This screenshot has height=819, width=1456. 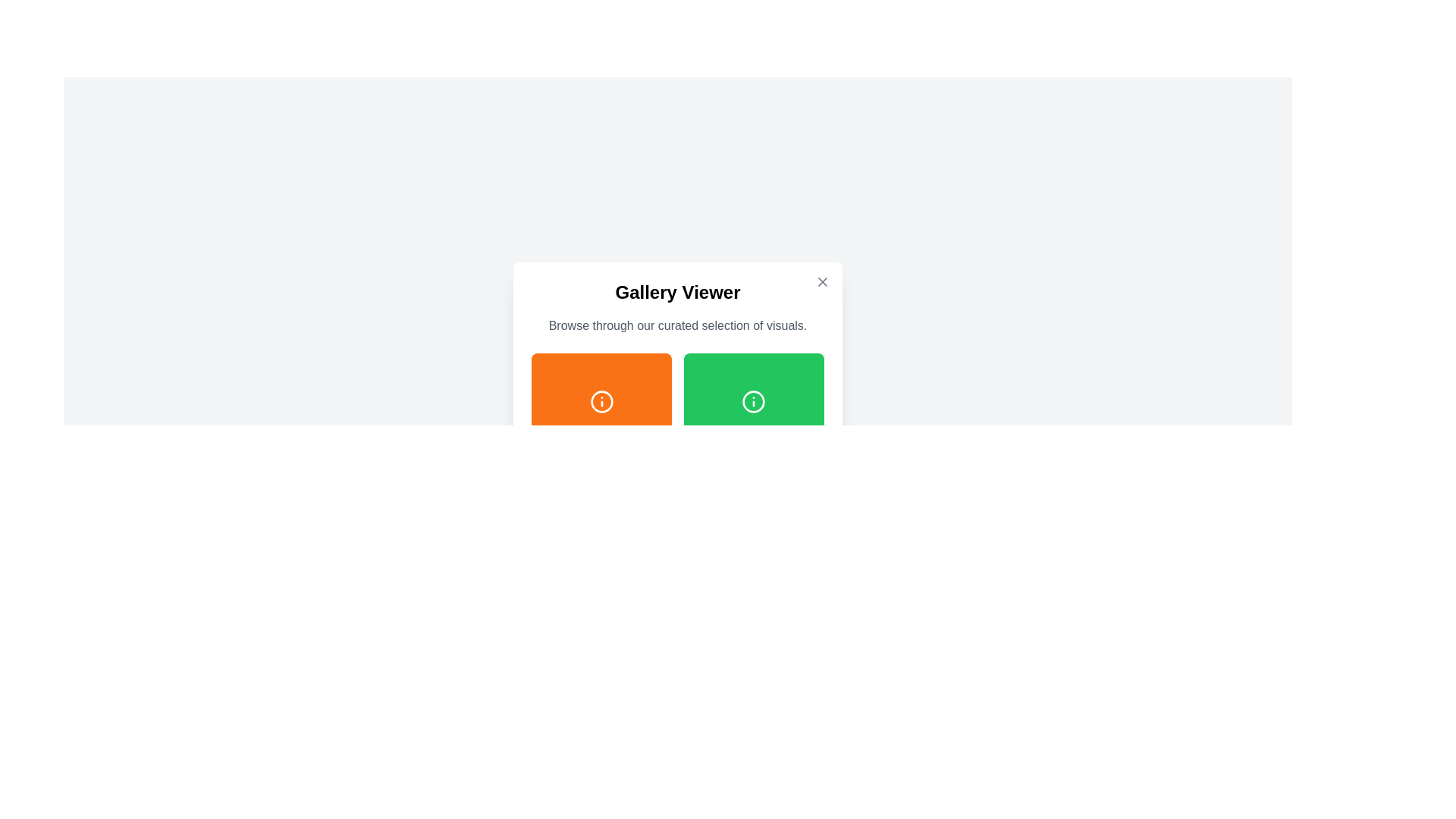 What do you see at coordinates (821, 281) in the screenshot?
I see `the small gray 'X' button in the top-right corner of the 'Gallery Viewer' modal` at bounding box center [821, 281].